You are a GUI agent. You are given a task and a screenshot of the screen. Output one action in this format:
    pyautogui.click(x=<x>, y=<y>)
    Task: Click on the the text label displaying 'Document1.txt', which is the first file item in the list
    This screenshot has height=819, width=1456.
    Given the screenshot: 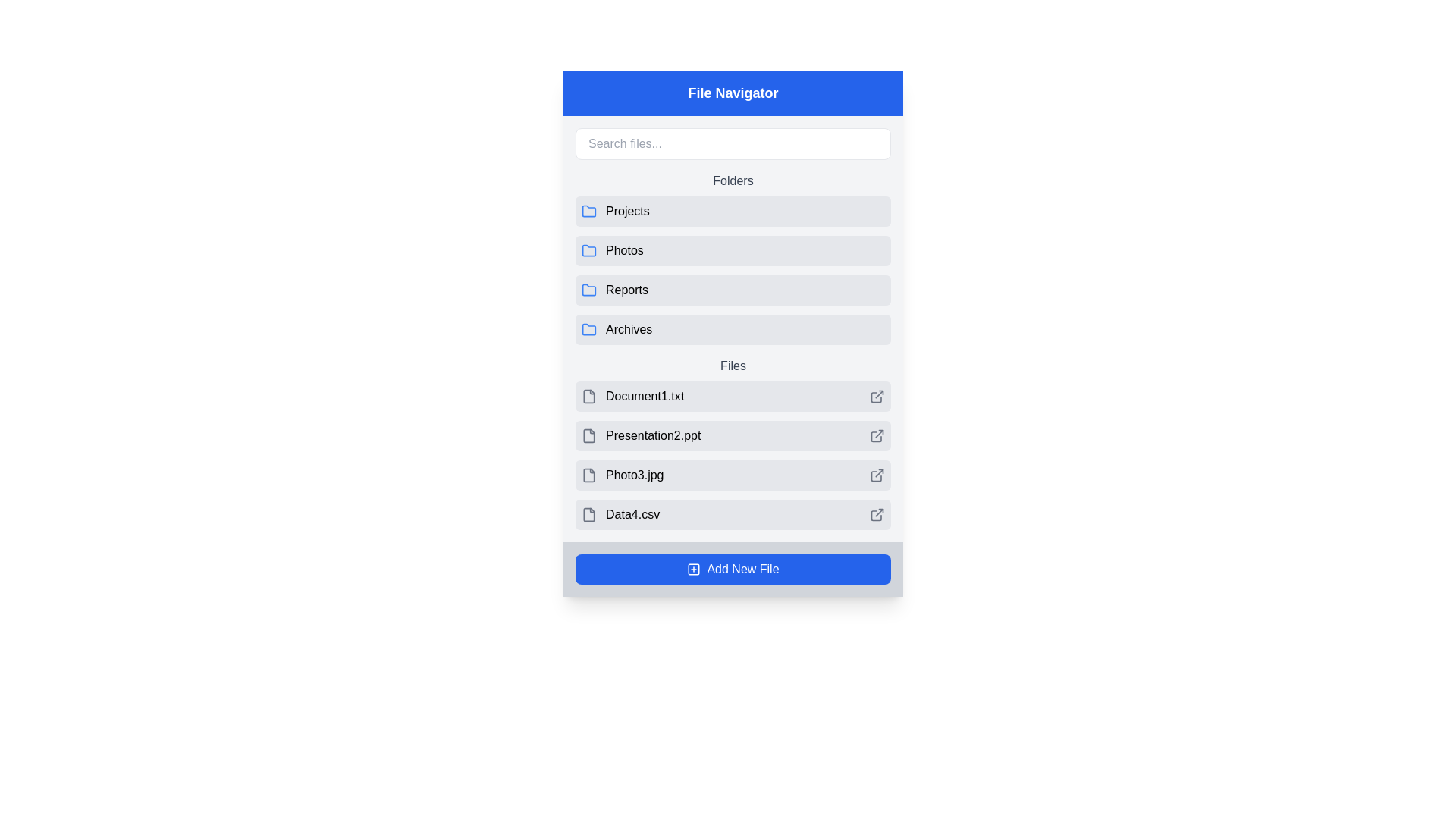 What is the action you would take?
    pyautogui.click(x=645, y=396)
    